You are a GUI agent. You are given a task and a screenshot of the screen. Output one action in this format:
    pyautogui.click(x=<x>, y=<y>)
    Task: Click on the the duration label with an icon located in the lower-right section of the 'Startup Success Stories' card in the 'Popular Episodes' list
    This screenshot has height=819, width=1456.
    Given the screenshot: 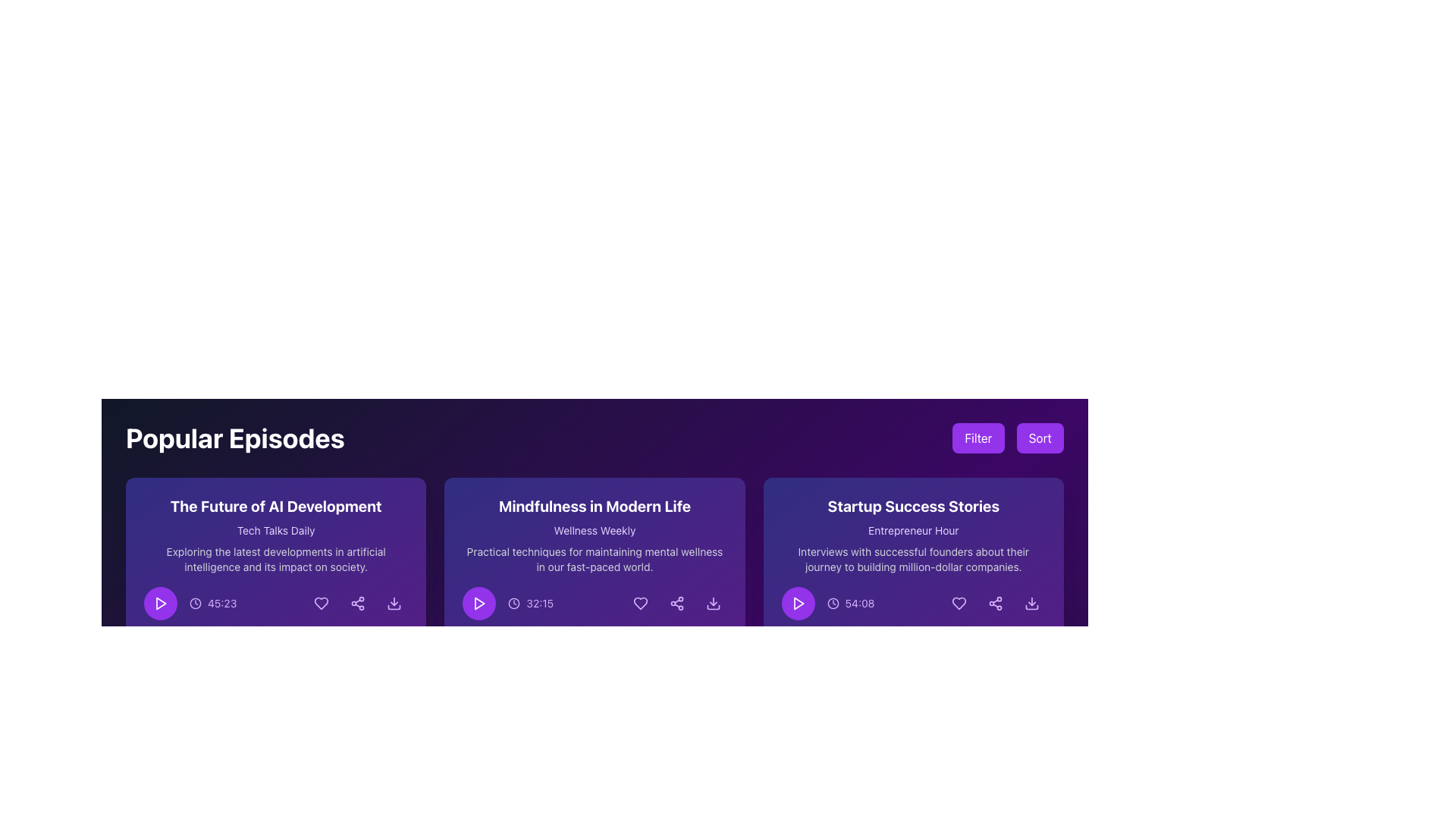 What is the action you would take?
    pyautogui.click(x=851, y=602)
    